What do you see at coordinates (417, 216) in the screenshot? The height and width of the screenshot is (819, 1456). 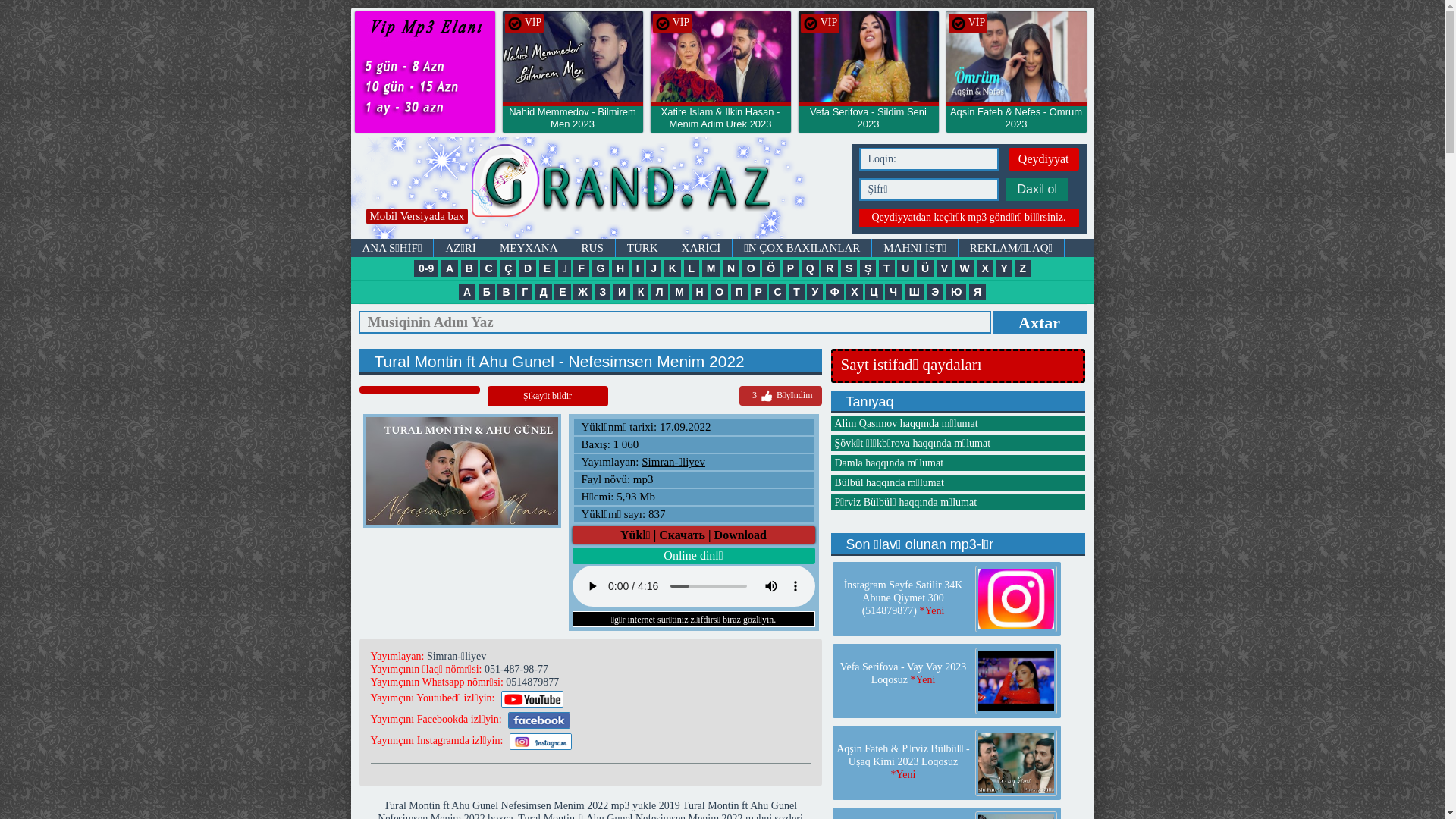 I see `'Mobil Versiyada bax'` at bounding box center [417, 216].